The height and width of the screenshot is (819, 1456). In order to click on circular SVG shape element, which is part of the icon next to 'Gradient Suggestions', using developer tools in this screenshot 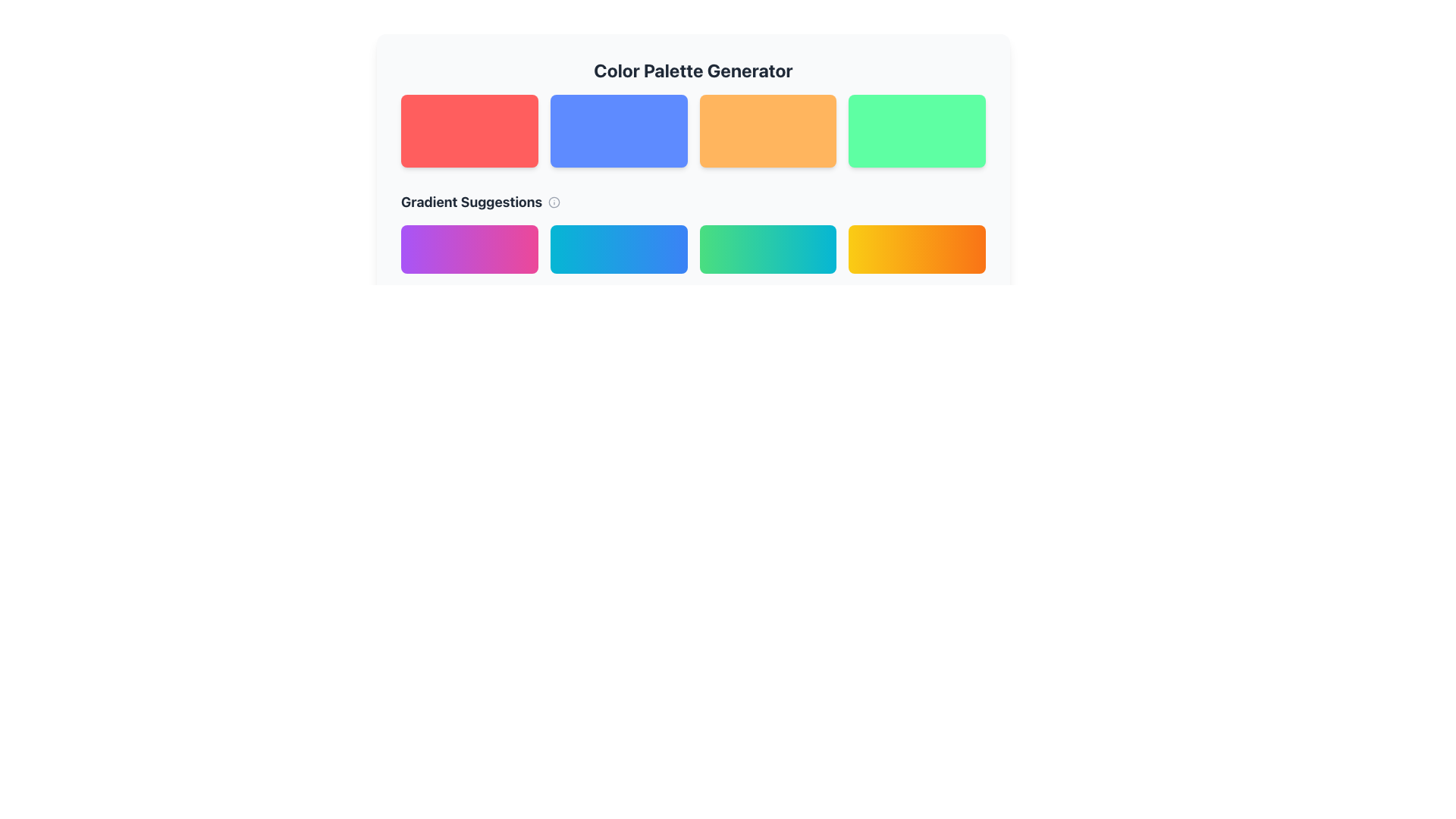, I will do `click(554, 201)`.